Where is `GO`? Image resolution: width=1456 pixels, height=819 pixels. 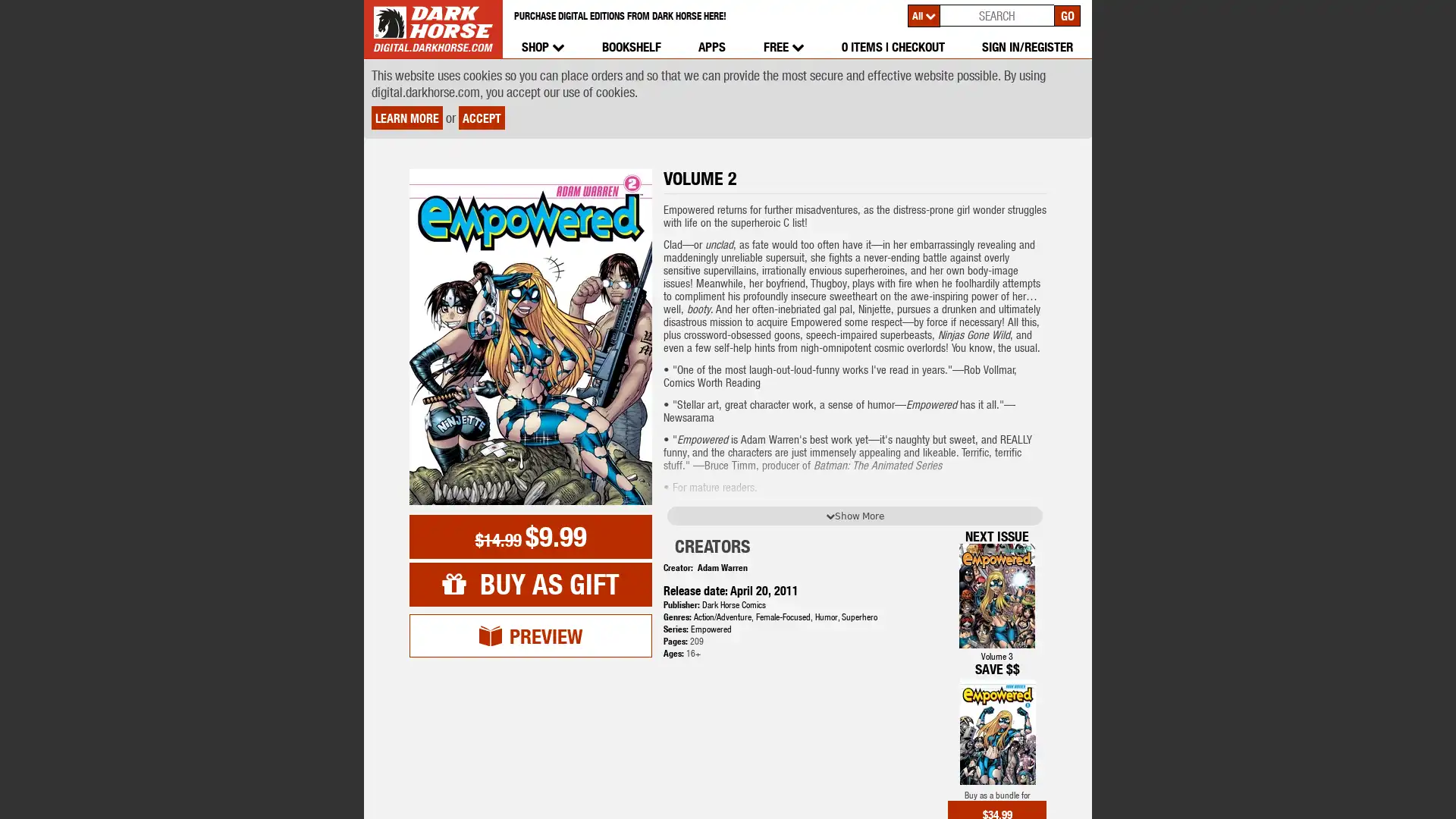
GO is located at coordinates (1066, 14).